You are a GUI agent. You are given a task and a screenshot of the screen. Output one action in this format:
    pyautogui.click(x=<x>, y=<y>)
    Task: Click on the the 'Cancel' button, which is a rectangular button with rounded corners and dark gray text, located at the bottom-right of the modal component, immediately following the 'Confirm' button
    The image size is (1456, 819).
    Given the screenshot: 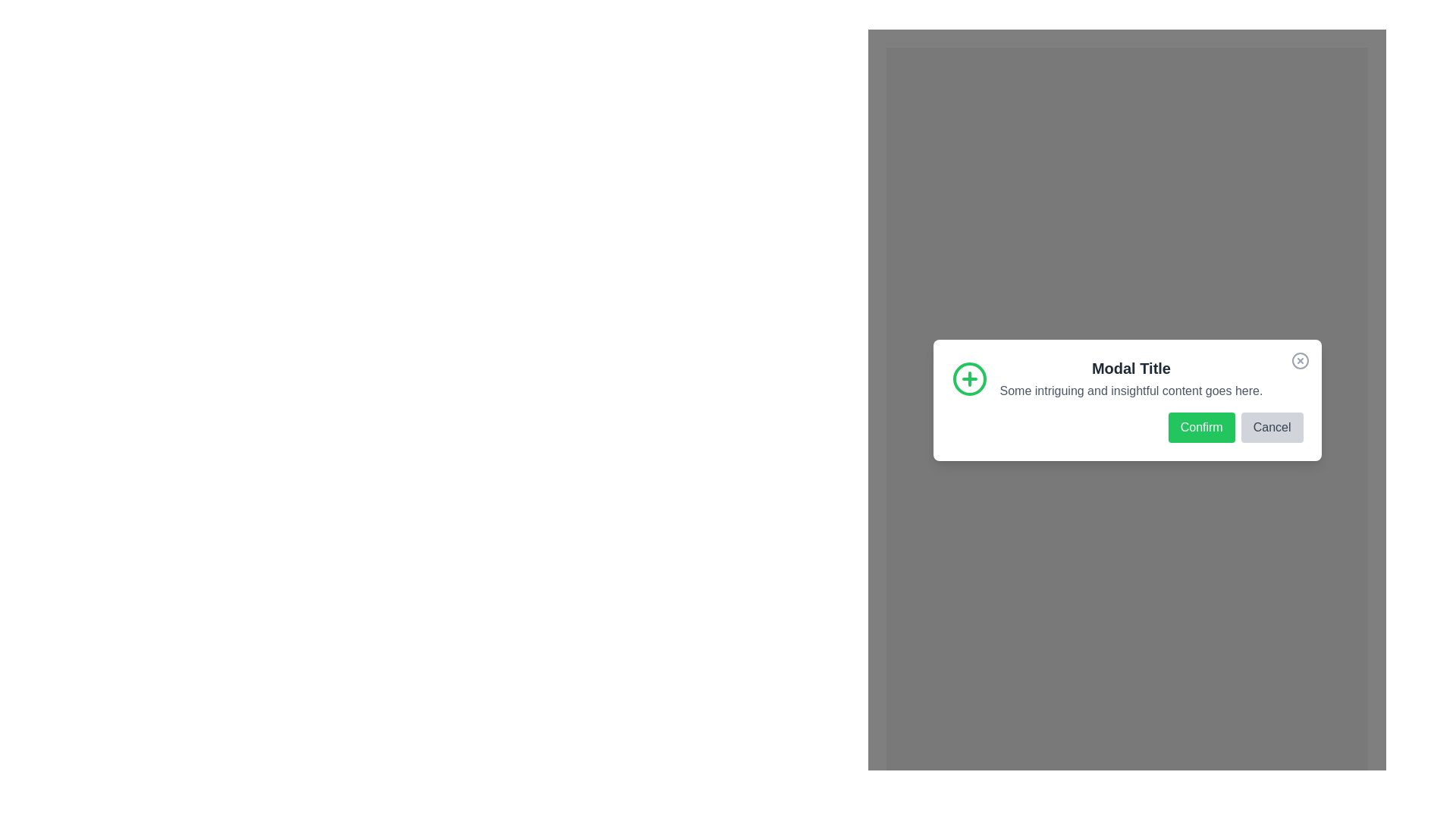 What is the action you would take?
    pyautogui.click(x=1272, y=427)
    